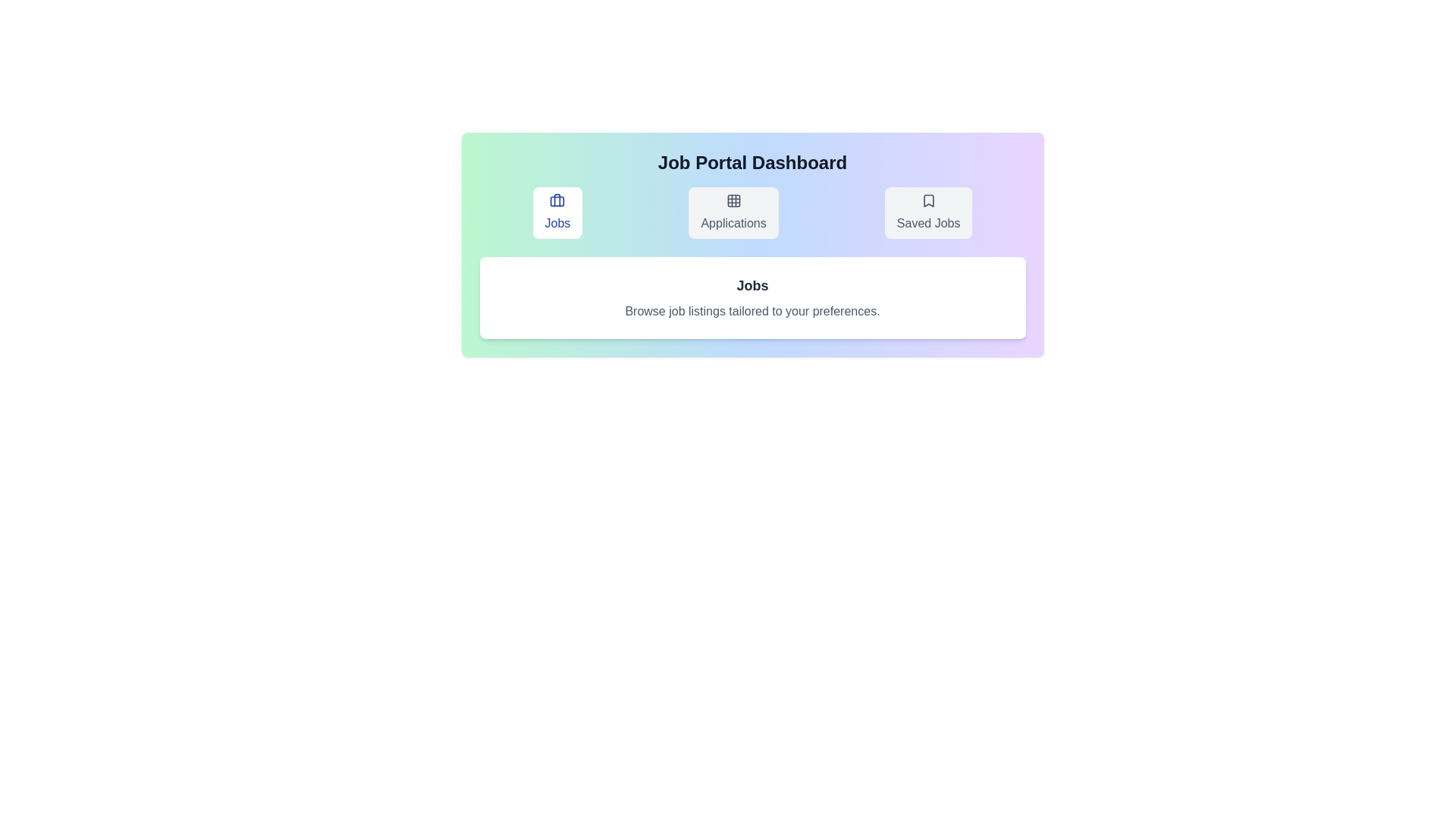 The width and height of the screenshot is (1456, 819). Describe the element at coordinates (927, 213) in the screenshot. I see `the tab labeled Saved Jobs to activate its content` at that location.